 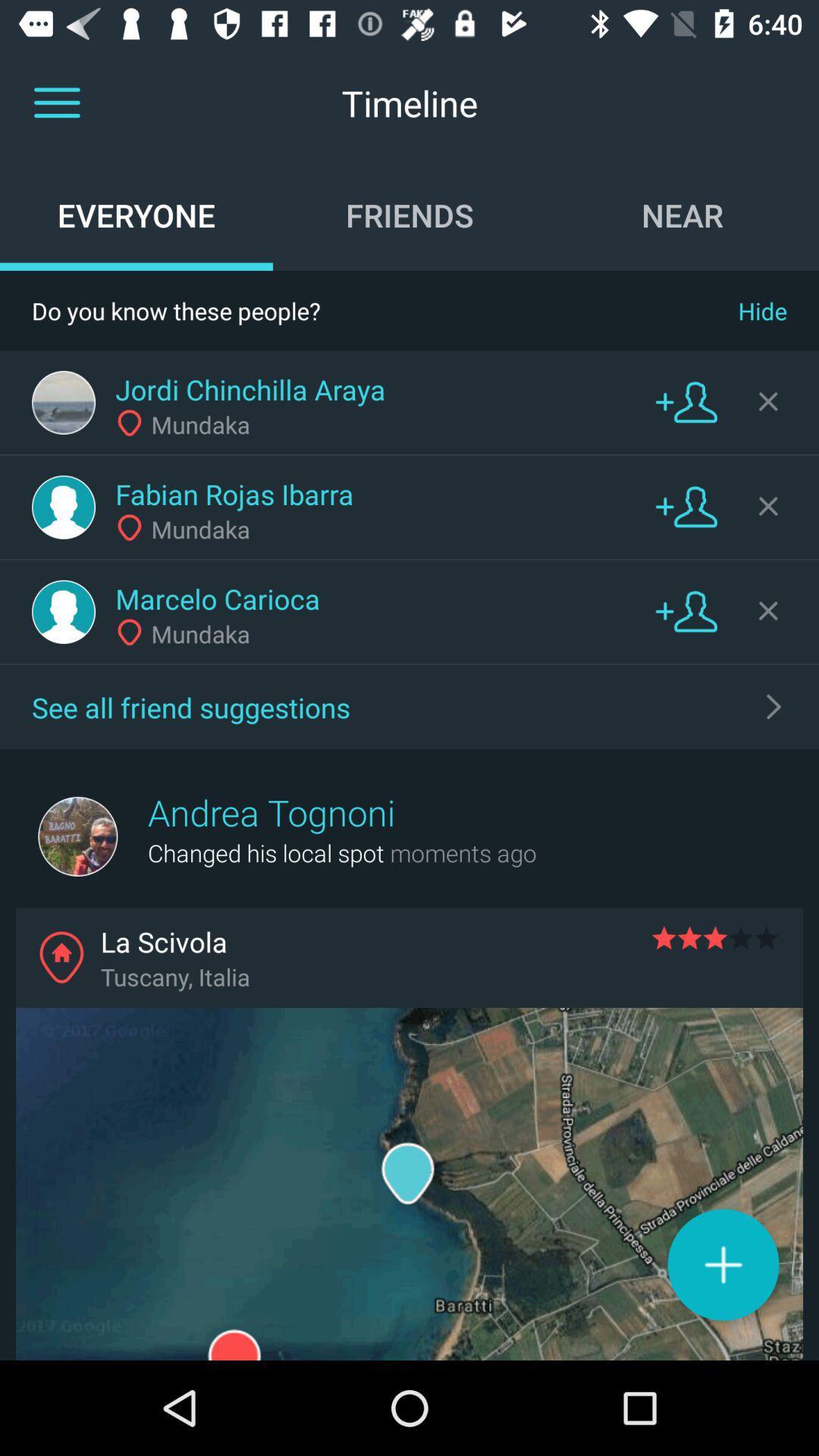 What do you see at coordinates (63, 507) in the screenshot?
I see `profile` at bounding box center [63, 507].